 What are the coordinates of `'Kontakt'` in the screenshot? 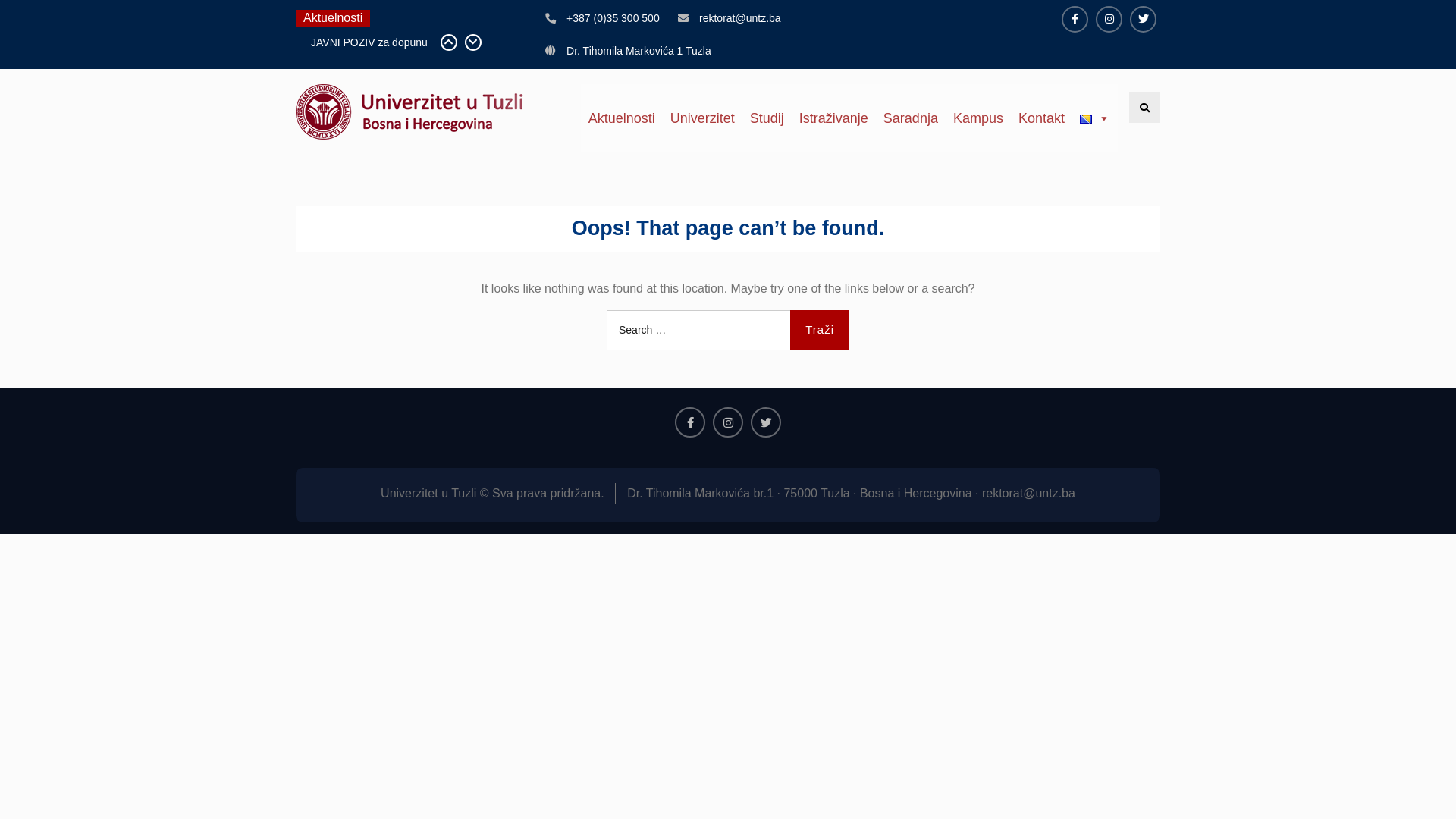 It's located at (1040, 117).